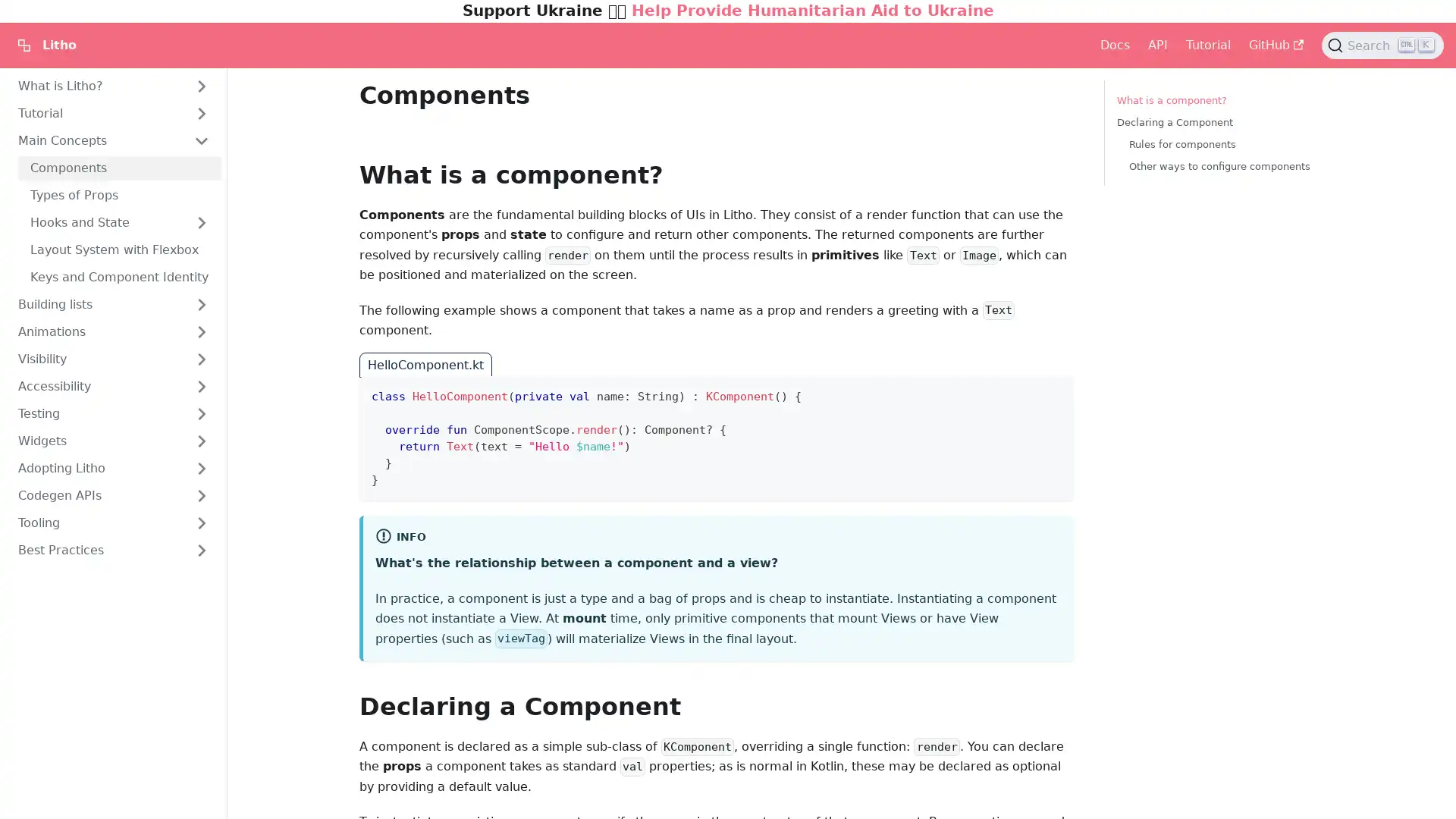  Describe the element at coordinates (1048, 391) in the screenshot. I see `Copy code to clipboard` at that location.